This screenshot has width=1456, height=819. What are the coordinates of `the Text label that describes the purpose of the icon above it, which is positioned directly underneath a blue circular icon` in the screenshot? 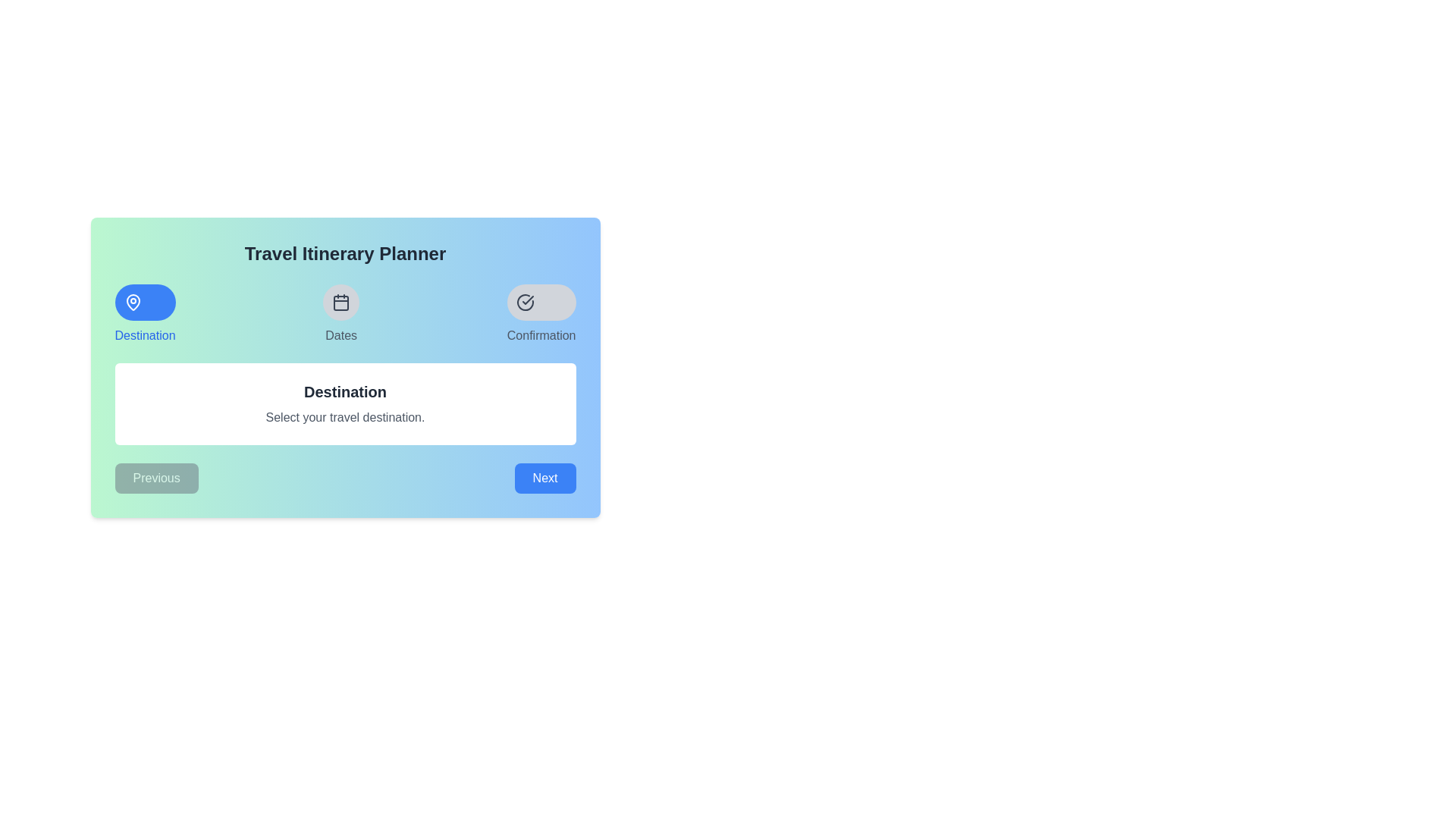 It's located at (145, 335).